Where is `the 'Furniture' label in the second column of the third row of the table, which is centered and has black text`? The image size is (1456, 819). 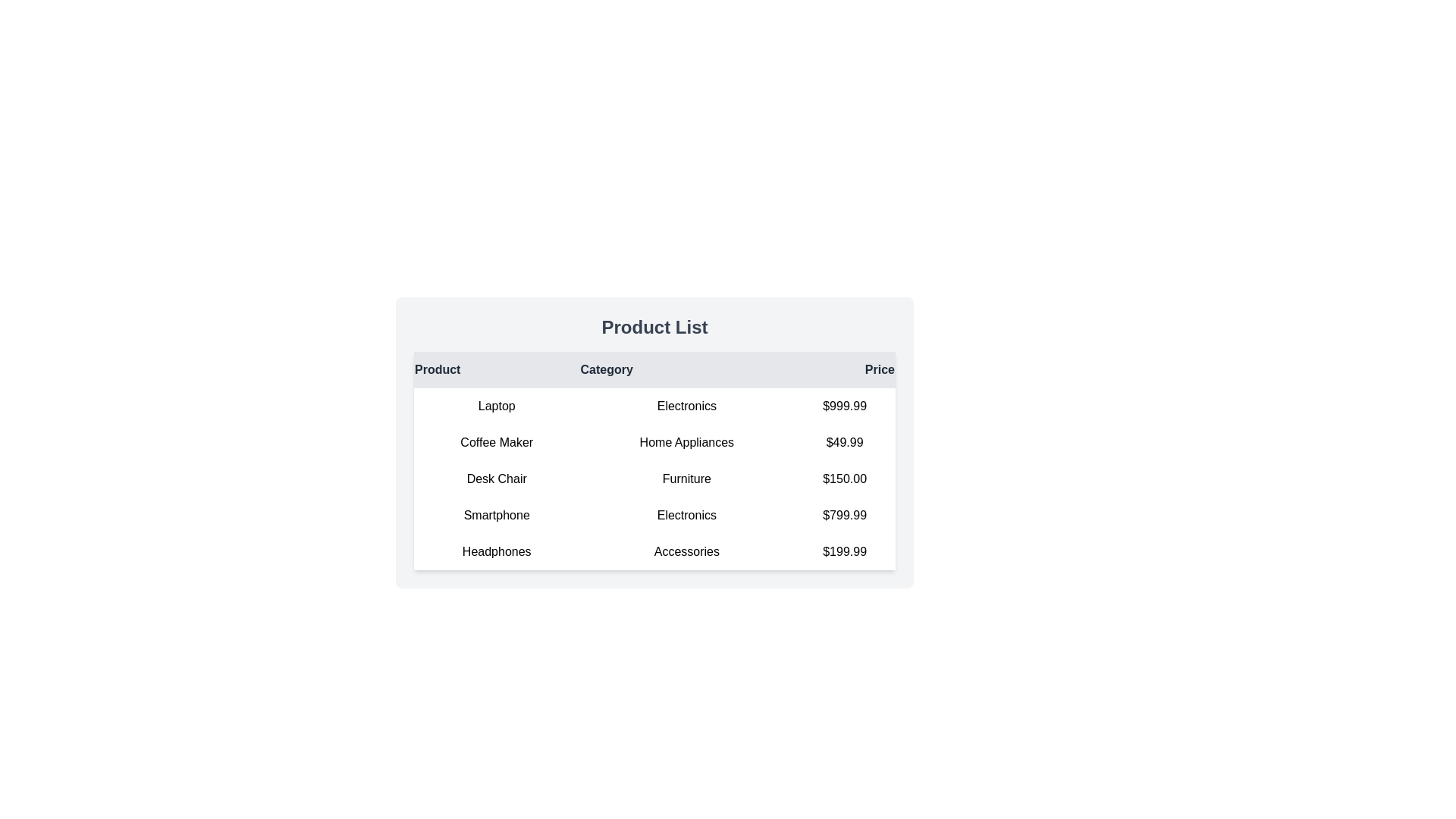
the 'Furniture' label in the second column of the third row of the table, which is centered and has black text is located at coordinates (686, 479).